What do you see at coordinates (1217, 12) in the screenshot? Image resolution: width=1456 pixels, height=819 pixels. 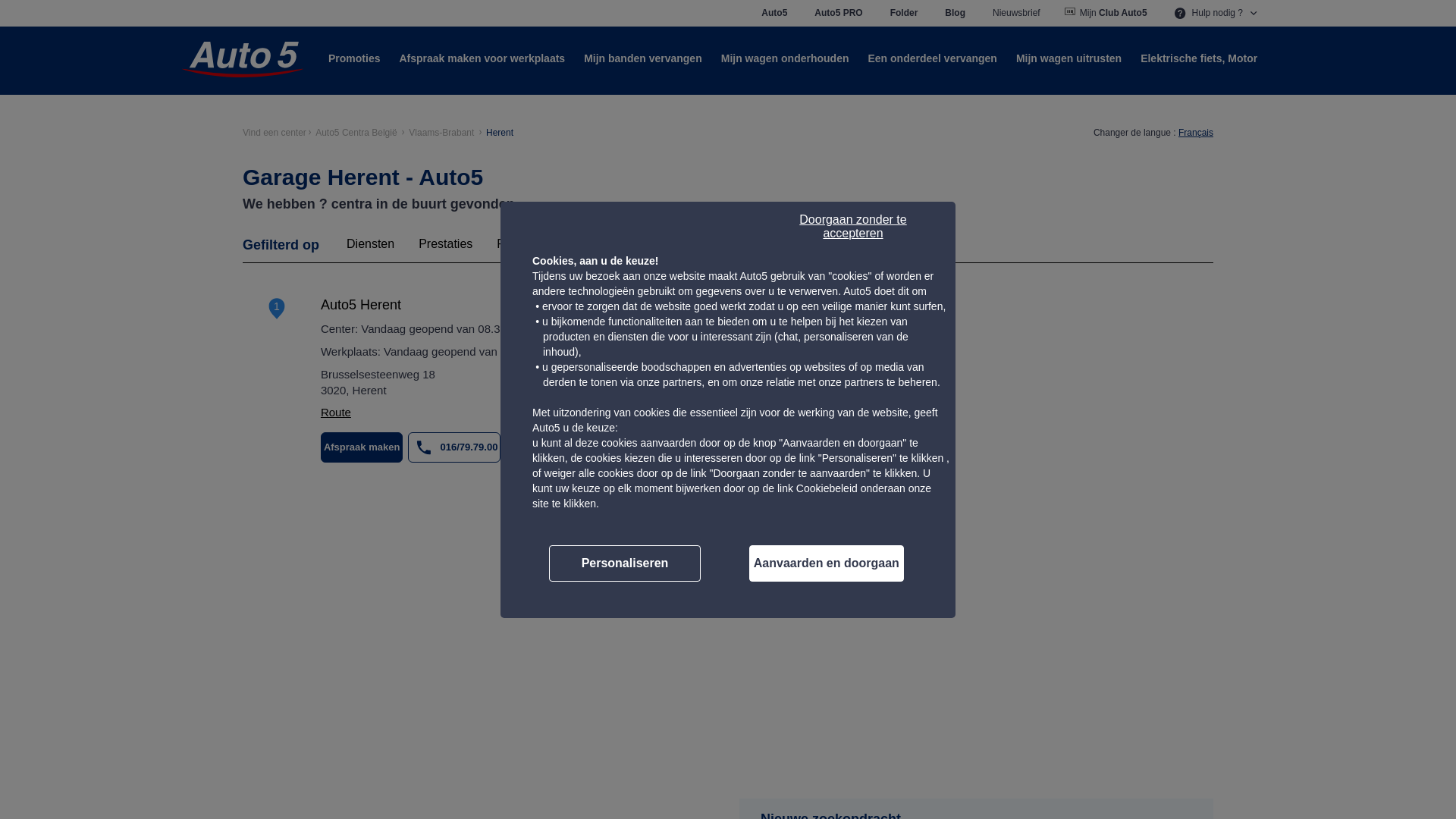 I see `'Hulp nodig ?'` at bounding box center [1217, 12].